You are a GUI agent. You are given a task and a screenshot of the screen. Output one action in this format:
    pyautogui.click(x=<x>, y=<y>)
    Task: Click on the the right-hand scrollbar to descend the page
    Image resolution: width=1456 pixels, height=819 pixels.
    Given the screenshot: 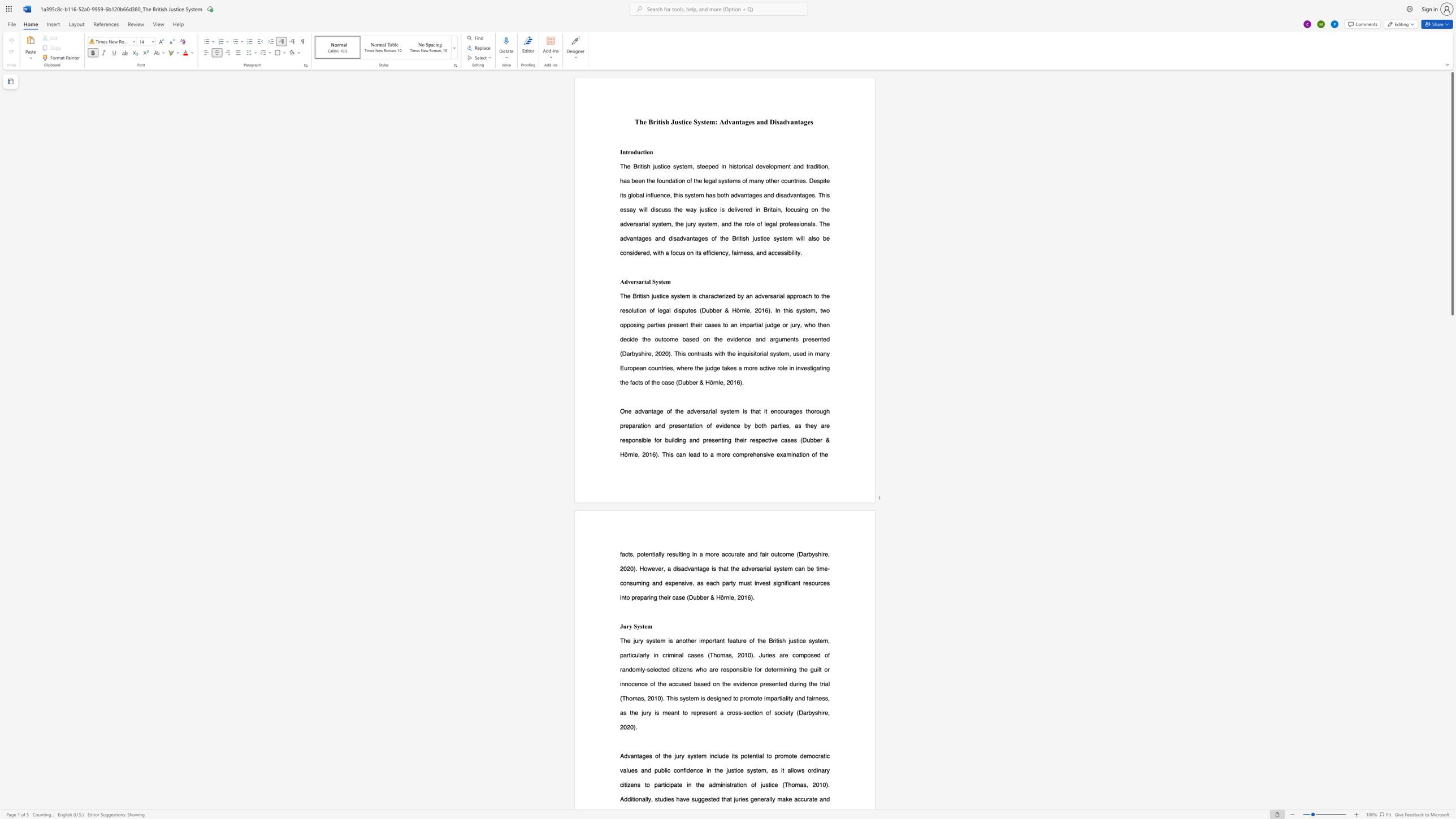 What is the action you would take?
    pyautogui.click(x=1451, y=508)
    